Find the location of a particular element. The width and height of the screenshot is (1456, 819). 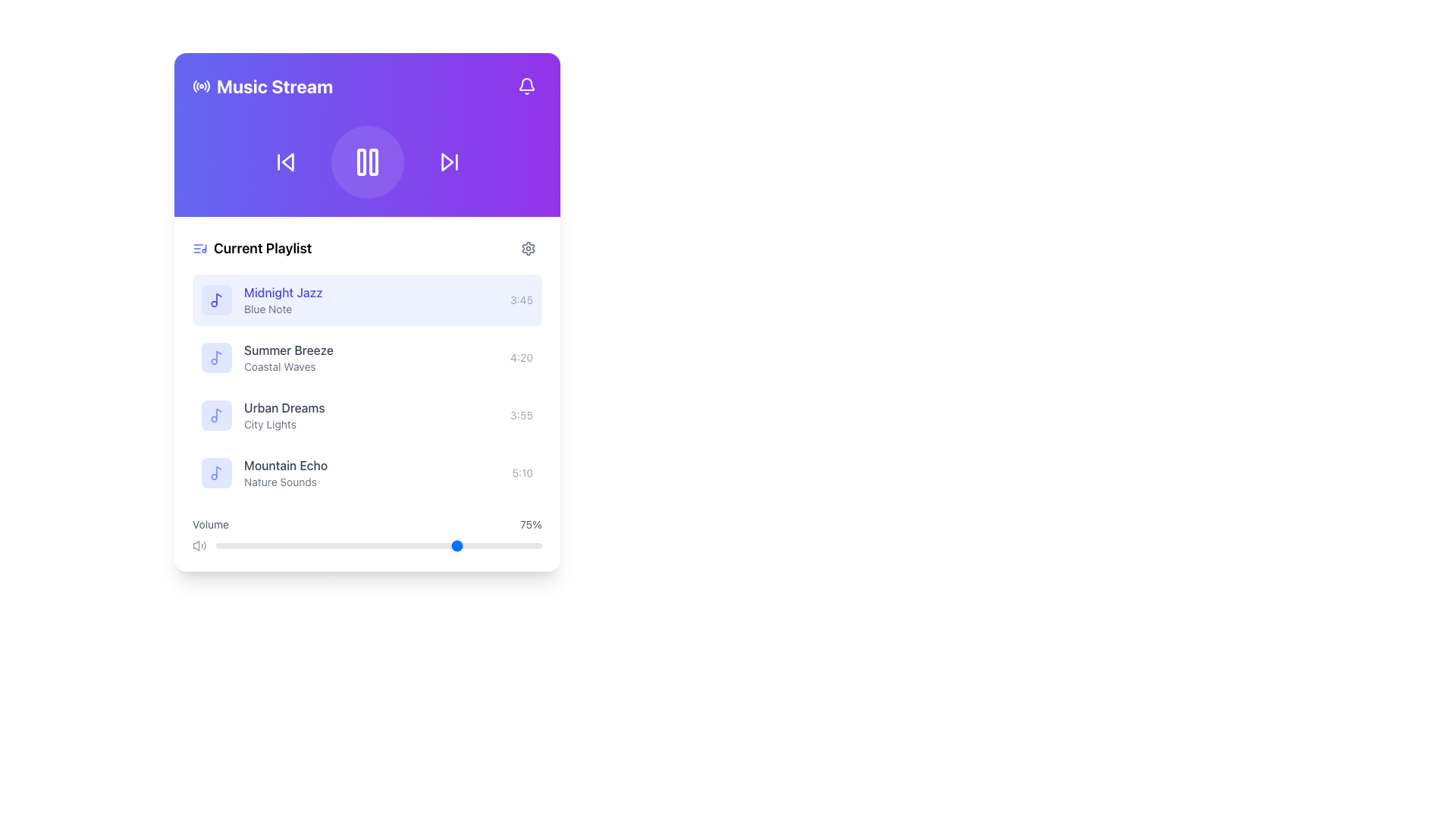

the radio or live stream icon located at the top-left corner of the purple header section, to the left of the 'Music Stream' label is located at coordinates (200, 86).